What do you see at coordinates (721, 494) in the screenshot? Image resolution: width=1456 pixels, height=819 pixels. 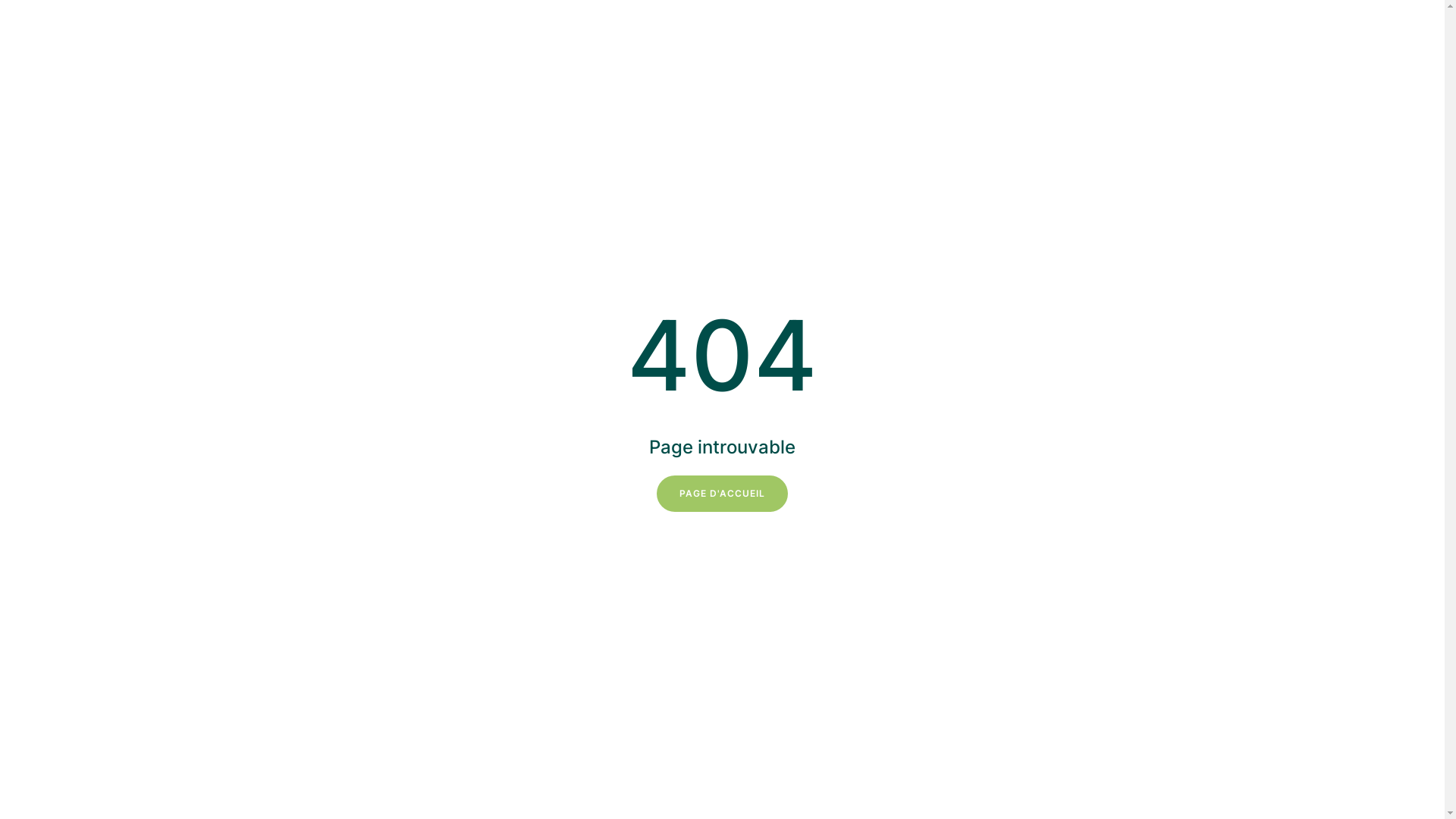 I see `'PAGE D'ACCUEIL'` at bounding box center [721, 494].